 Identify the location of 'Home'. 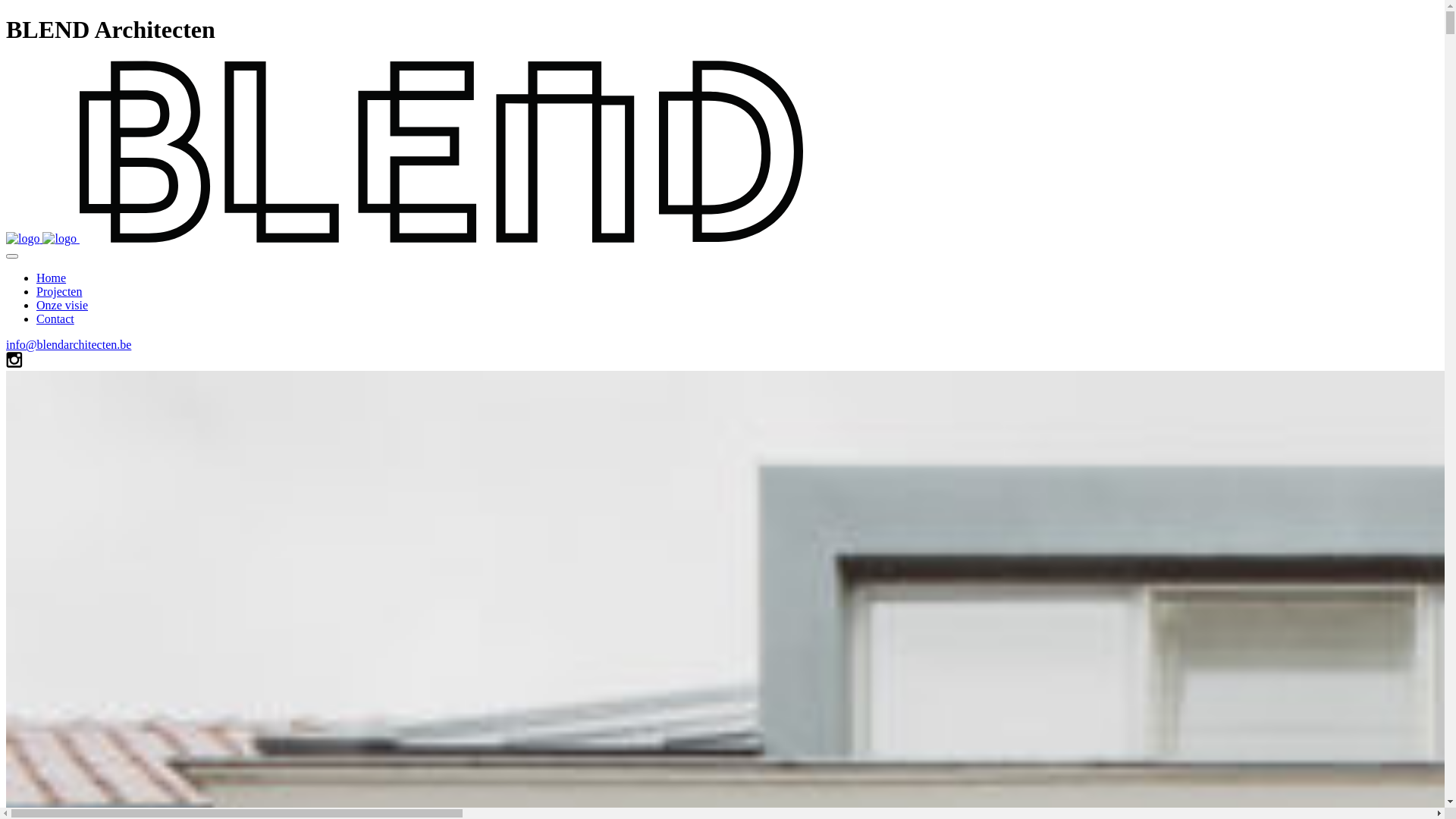
(51, 278).